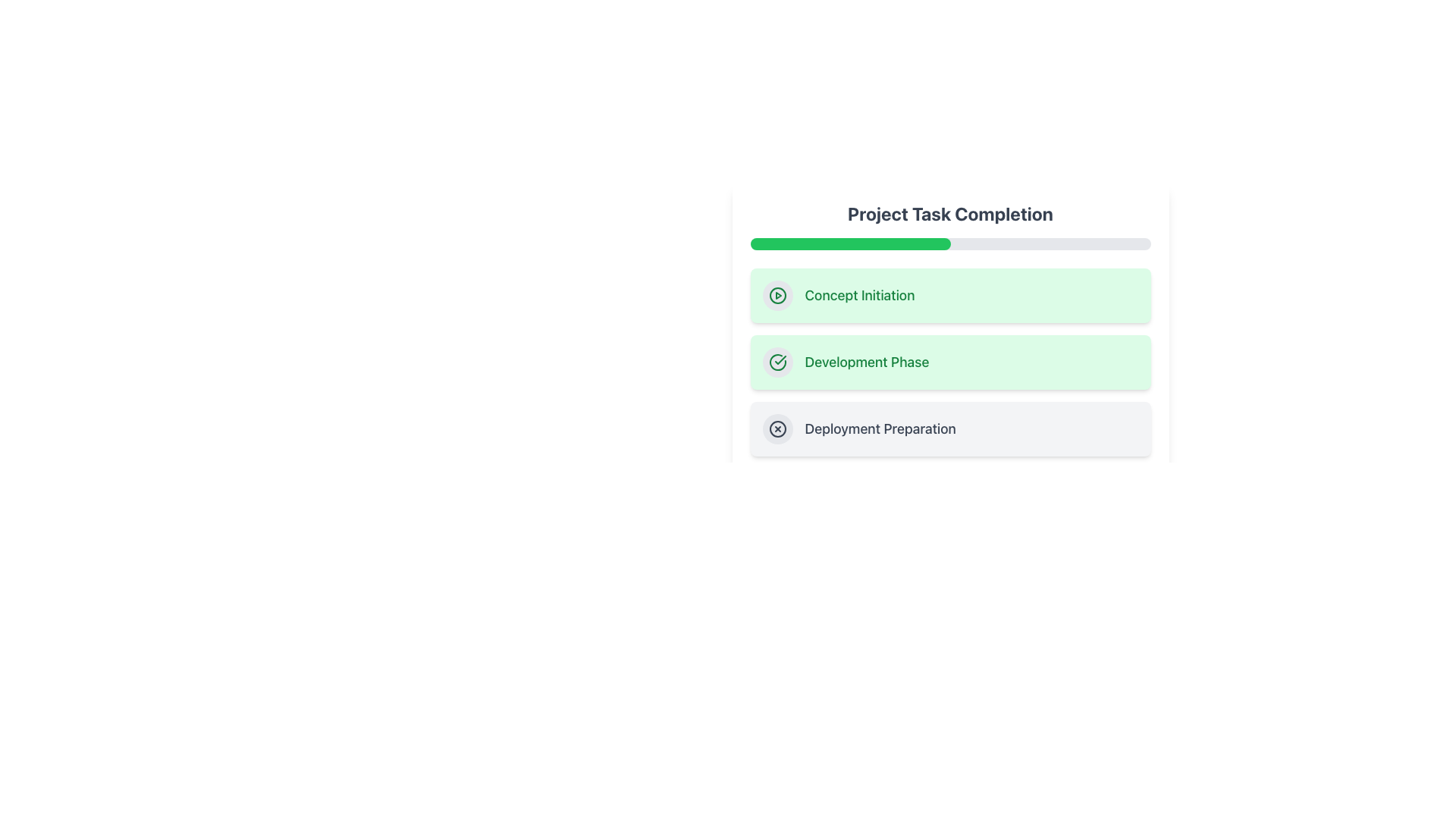  Describe the element at coordinates (949, 213) in the screenshot. I see `the Text Display element that serves as a title for the section, positioned at the top of the card-like interface box` at that location.